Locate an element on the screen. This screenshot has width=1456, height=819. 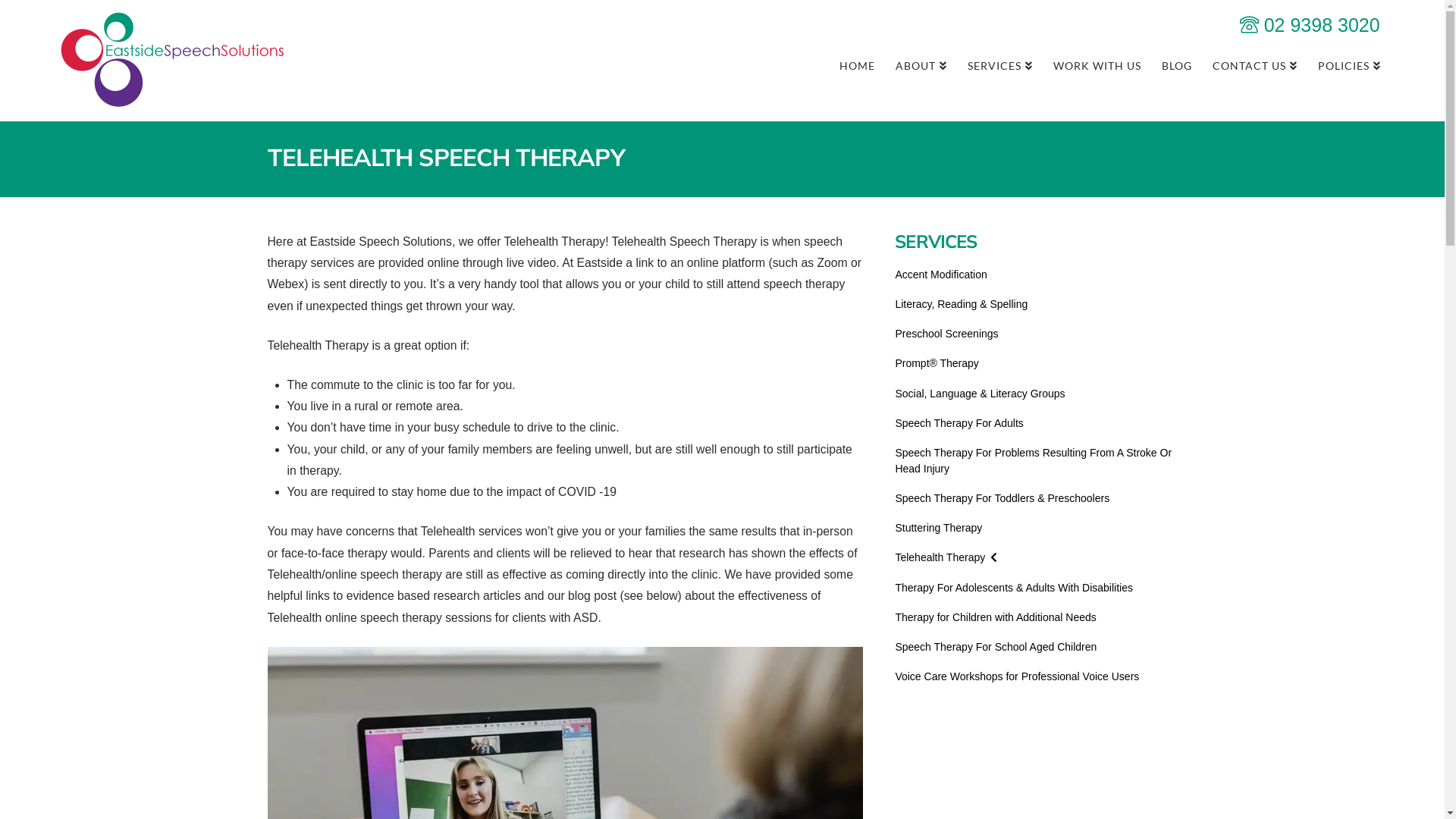
'Voice Care Workshops for Professional Voice Users' is located at coordinates (1016, 676).